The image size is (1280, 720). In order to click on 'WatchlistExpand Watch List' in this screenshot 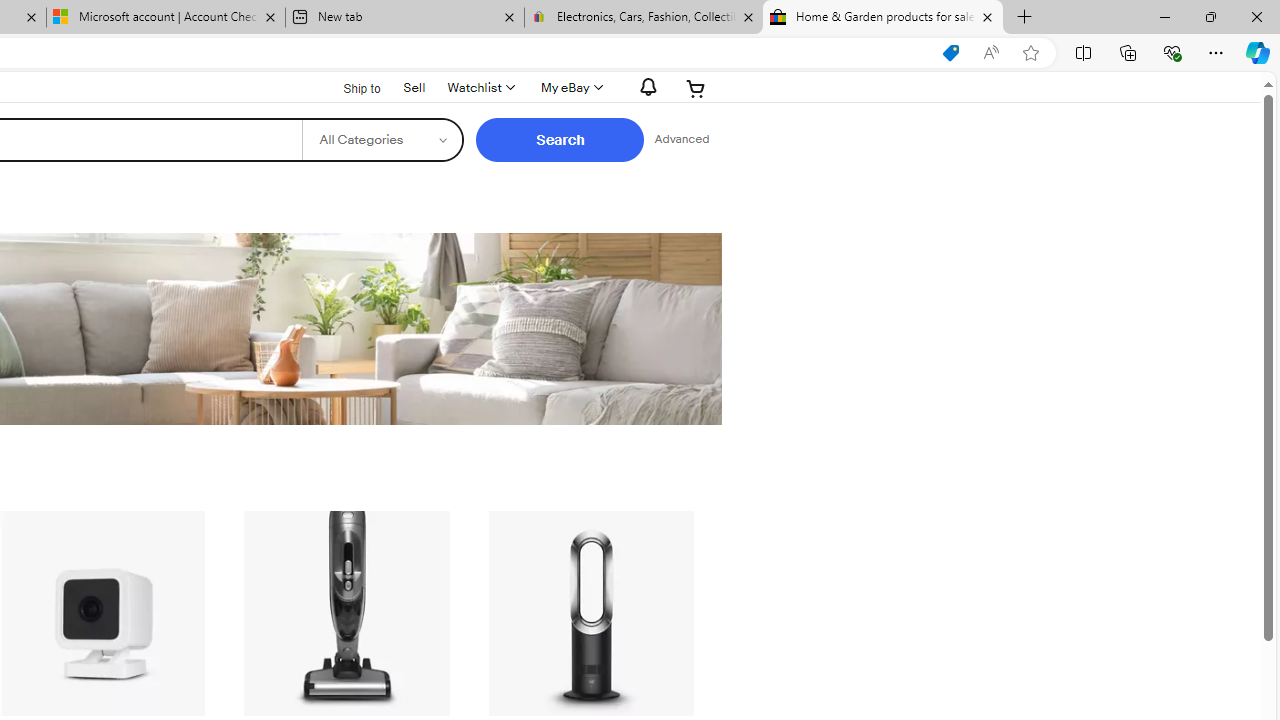, I will do `click(480, 87)`.